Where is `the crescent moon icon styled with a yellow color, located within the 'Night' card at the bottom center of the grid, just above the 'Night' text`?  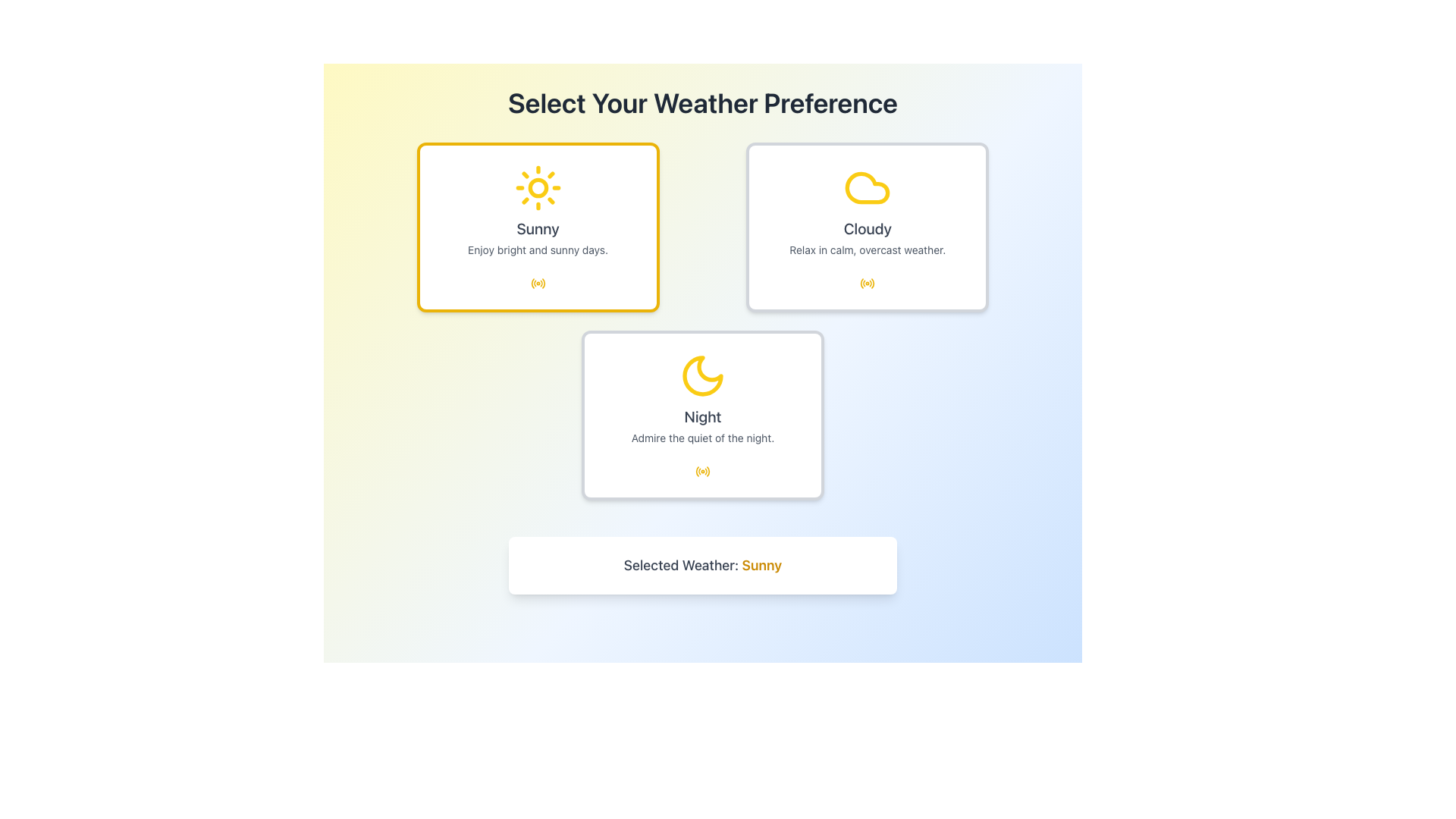 the crescent moon icon styled with a yellow color, located within the 'Night' card at the bottom center of the grid, just above the 'Night' text is located at coordinates (701, 375).